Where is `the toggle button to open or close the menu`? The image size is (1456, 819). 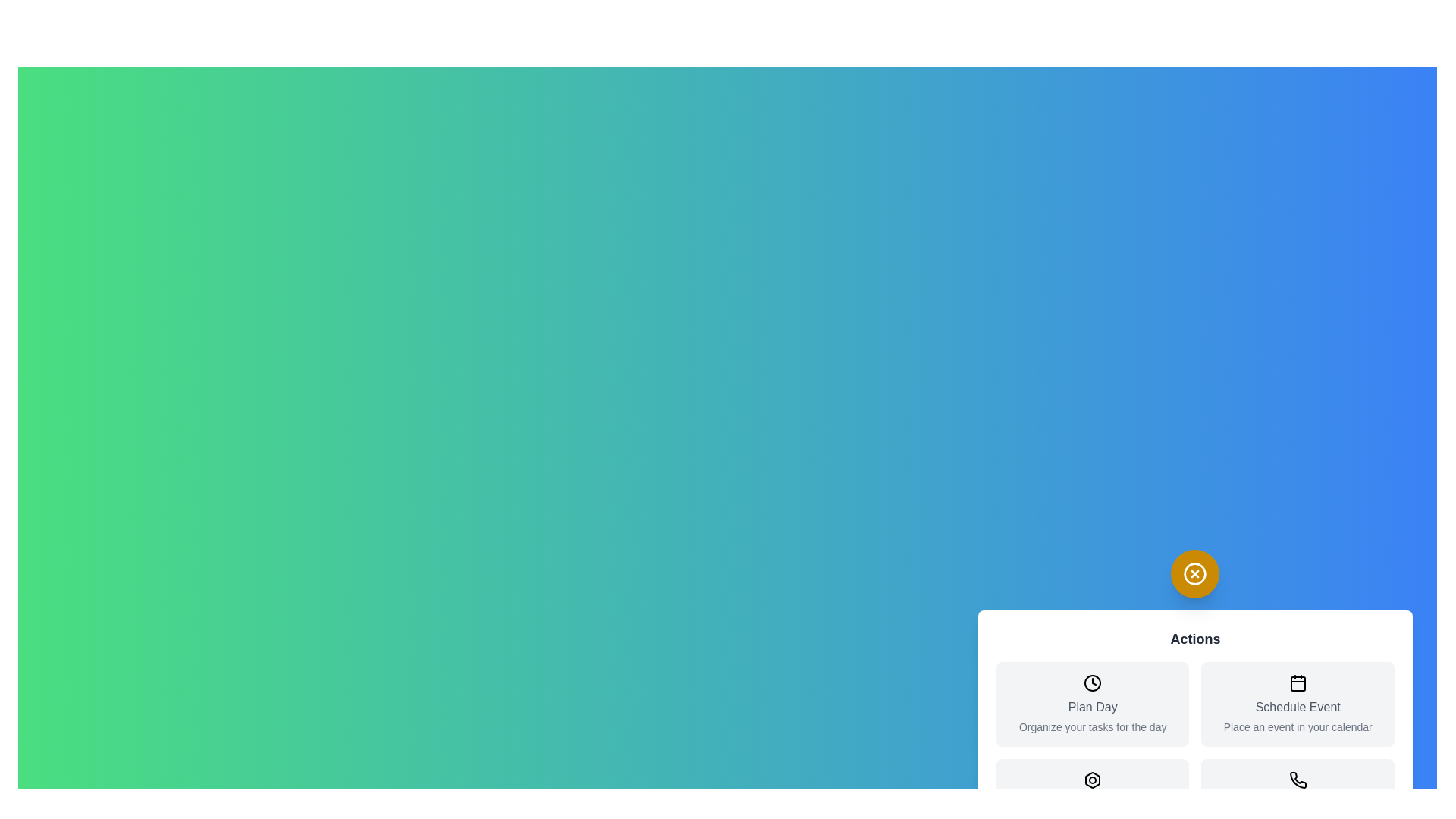
the toggle button to open or close the menu is located at coordinates (1194, 573).